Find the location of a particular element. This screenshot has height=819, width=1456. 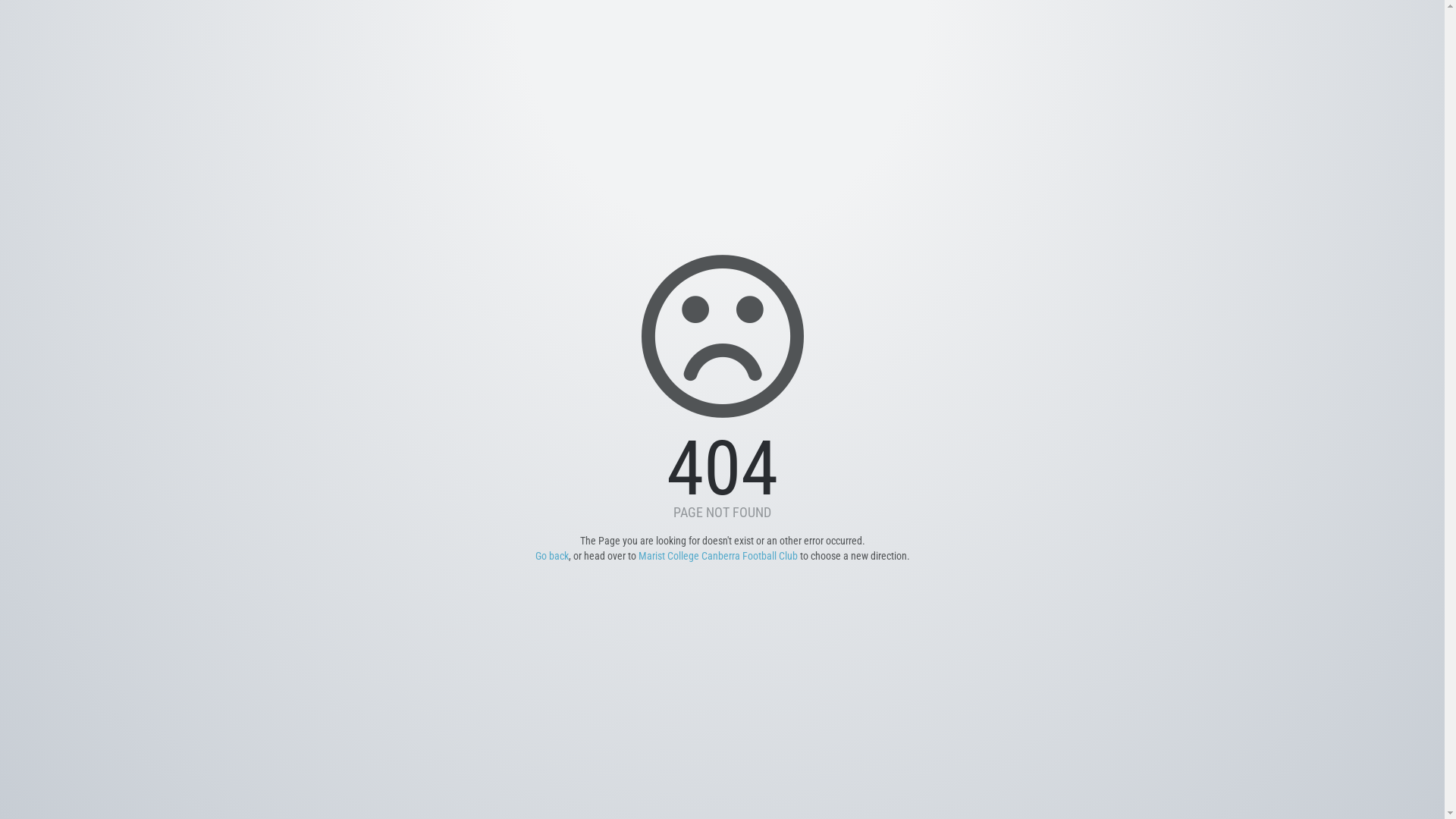

'Marist College Canberra Football Club' is located at coordinates (718, 555).